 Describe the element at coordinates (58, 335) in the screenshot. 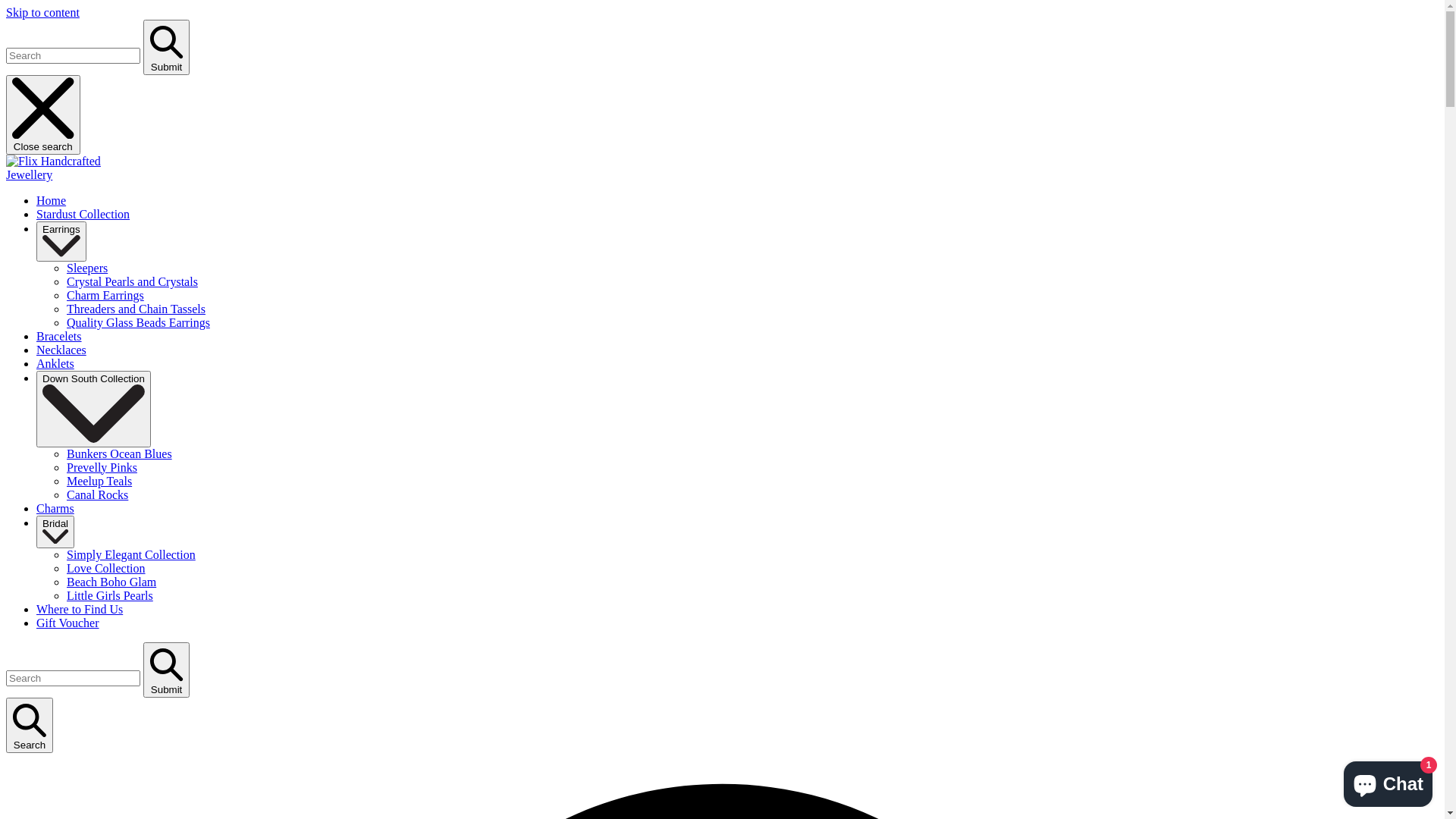

I see `'Bracelets'` at that location.